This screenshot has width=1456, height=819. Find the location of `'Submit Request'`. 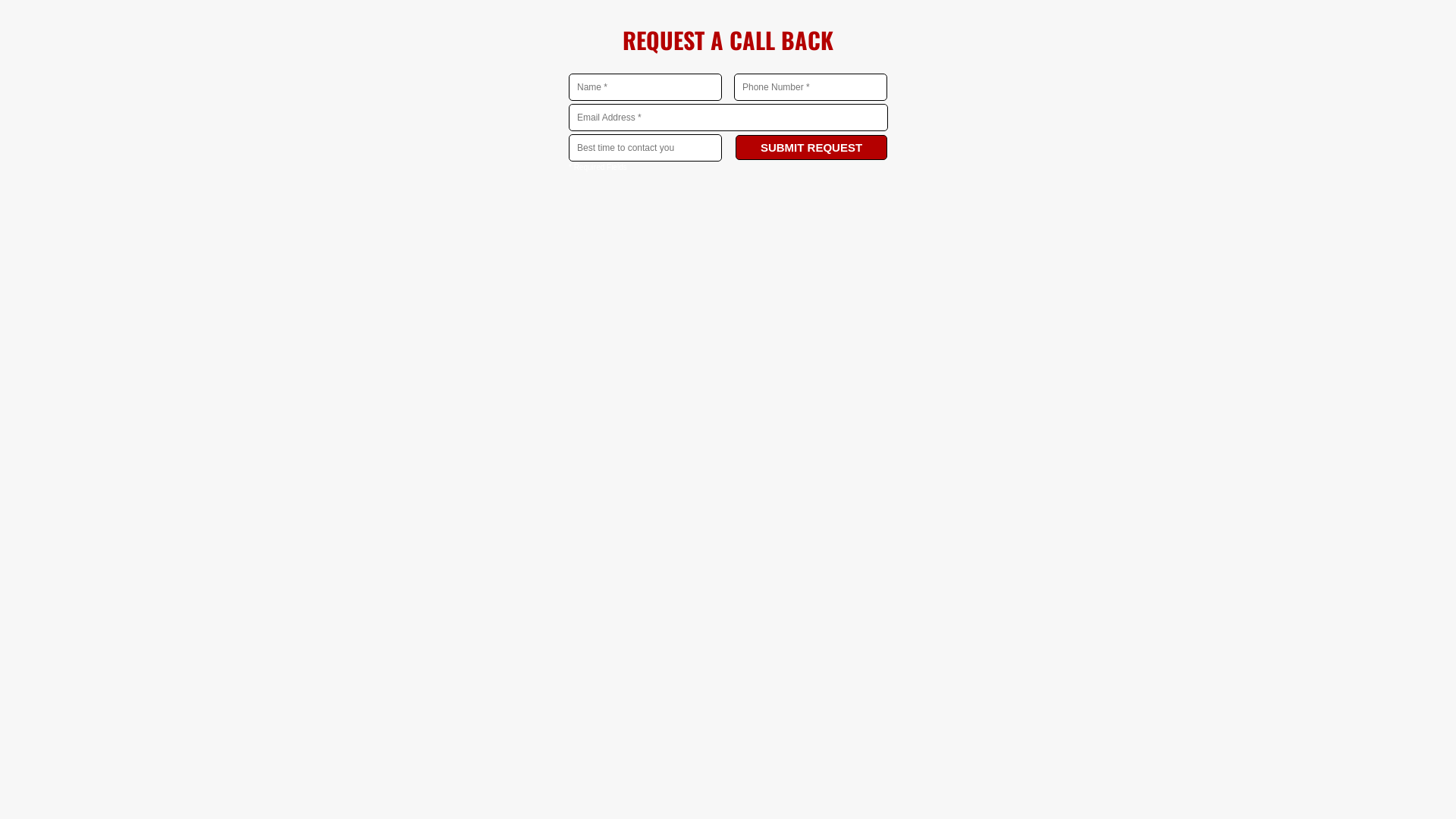

'Submit Request' is located at coordinates (735, 147).